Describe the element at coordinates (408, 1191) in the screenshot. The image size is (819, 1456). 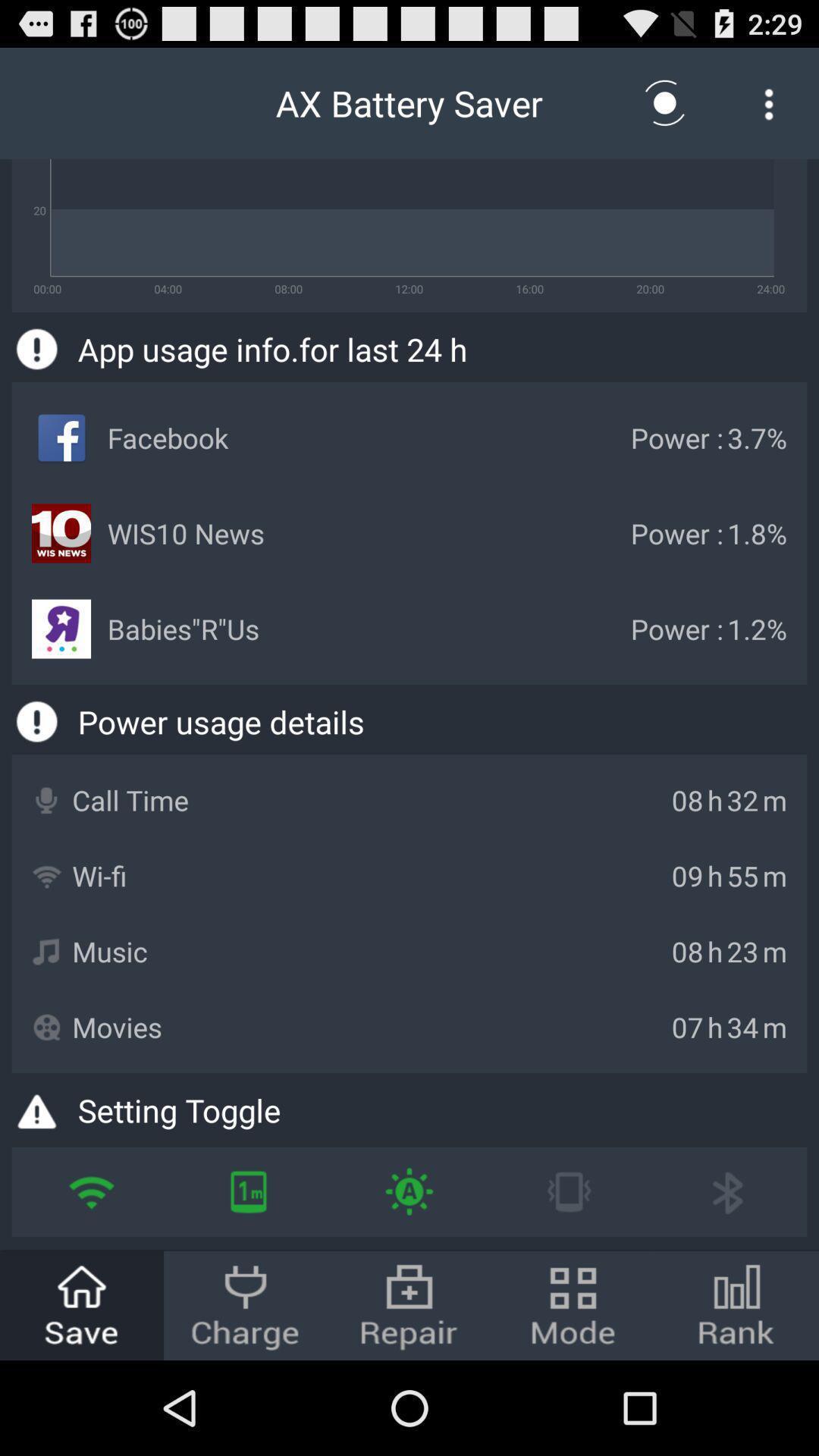
I see `the app below app usage info item` at that location.